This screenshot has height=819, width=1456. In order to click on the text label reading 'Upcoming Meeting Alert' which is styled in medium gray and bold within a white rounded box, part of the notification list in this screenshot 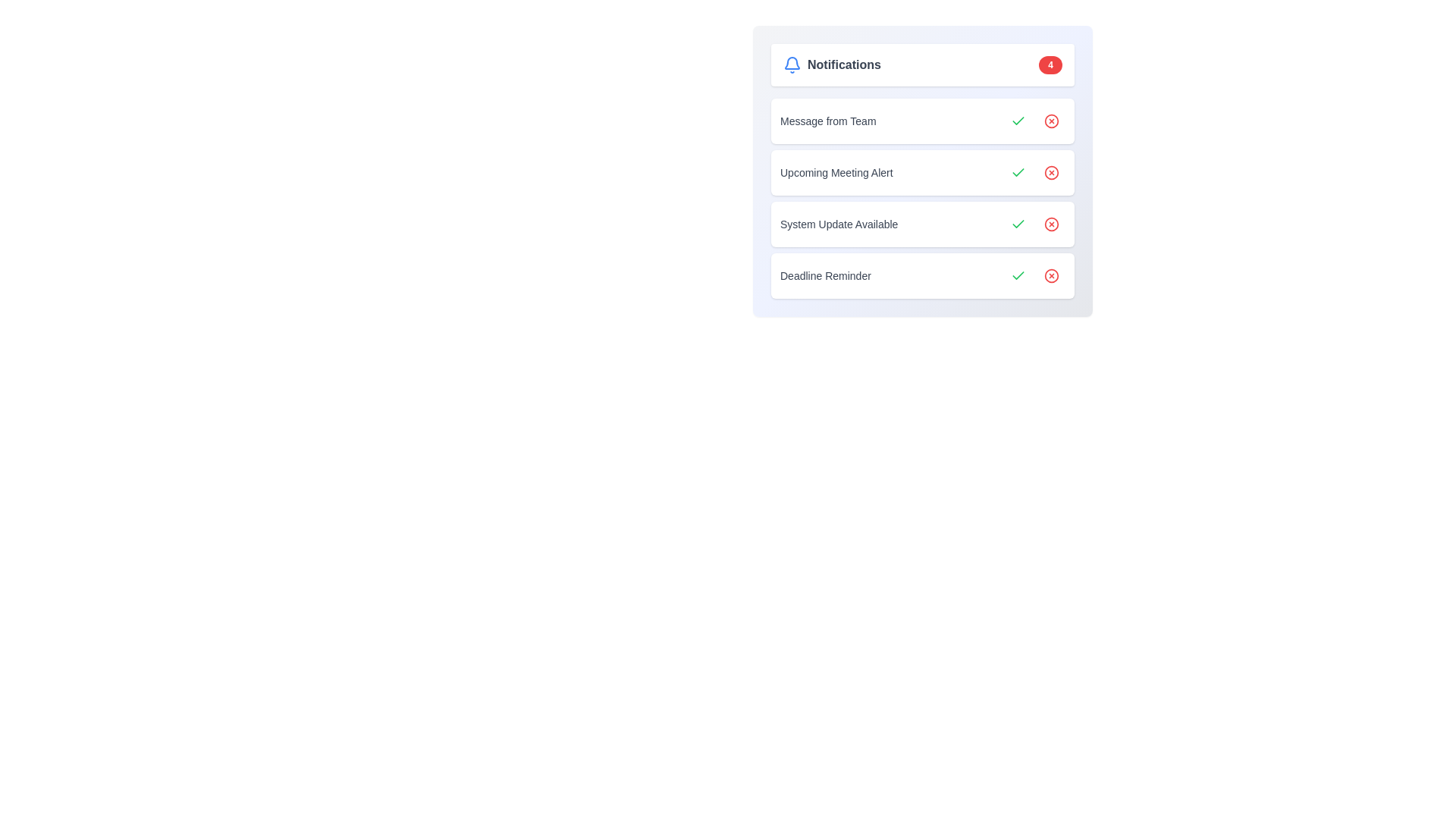, I will do `click(836, 171)`.